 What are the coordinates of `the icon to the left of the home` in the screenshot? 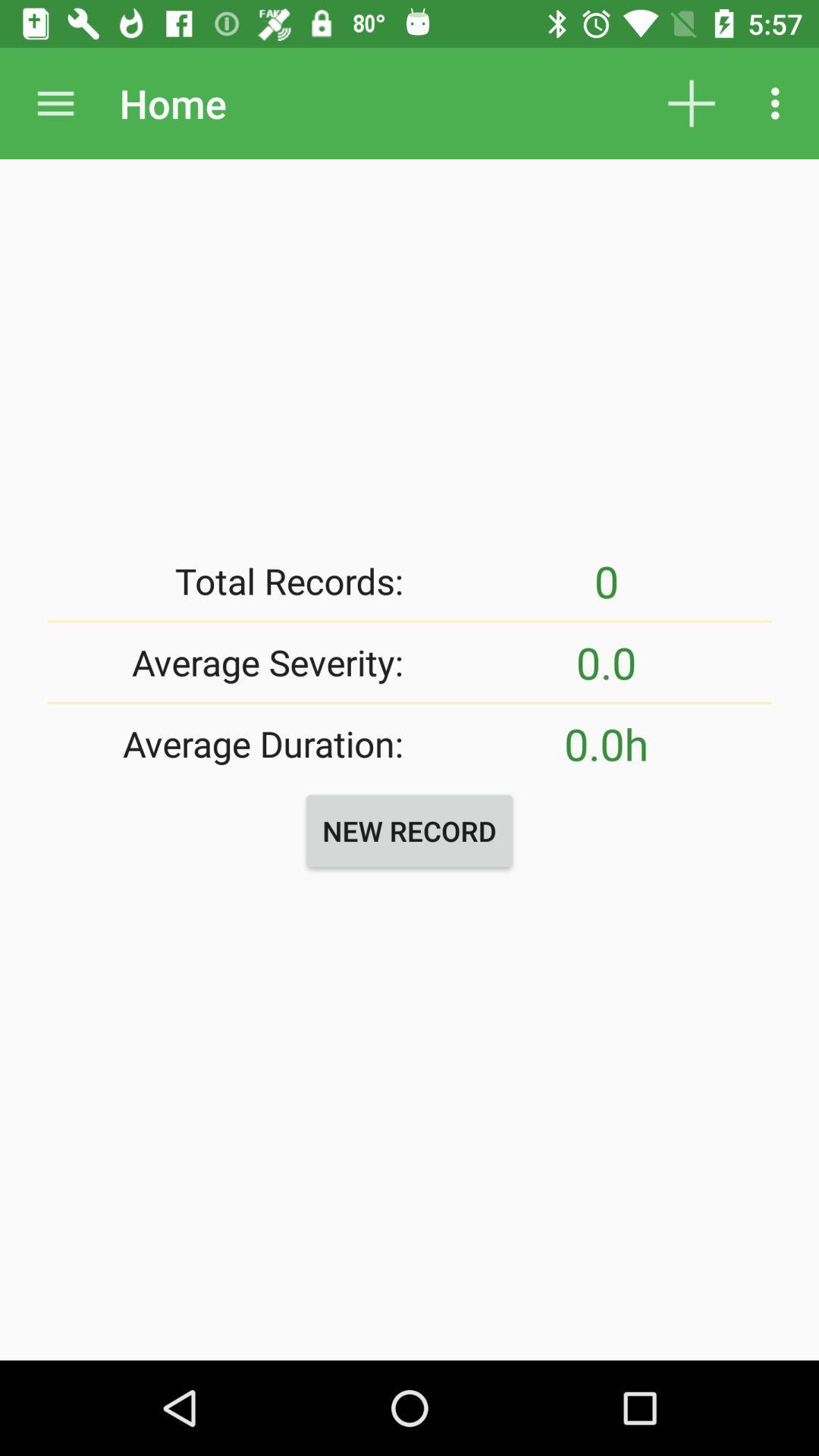 It's located at (55, 102).